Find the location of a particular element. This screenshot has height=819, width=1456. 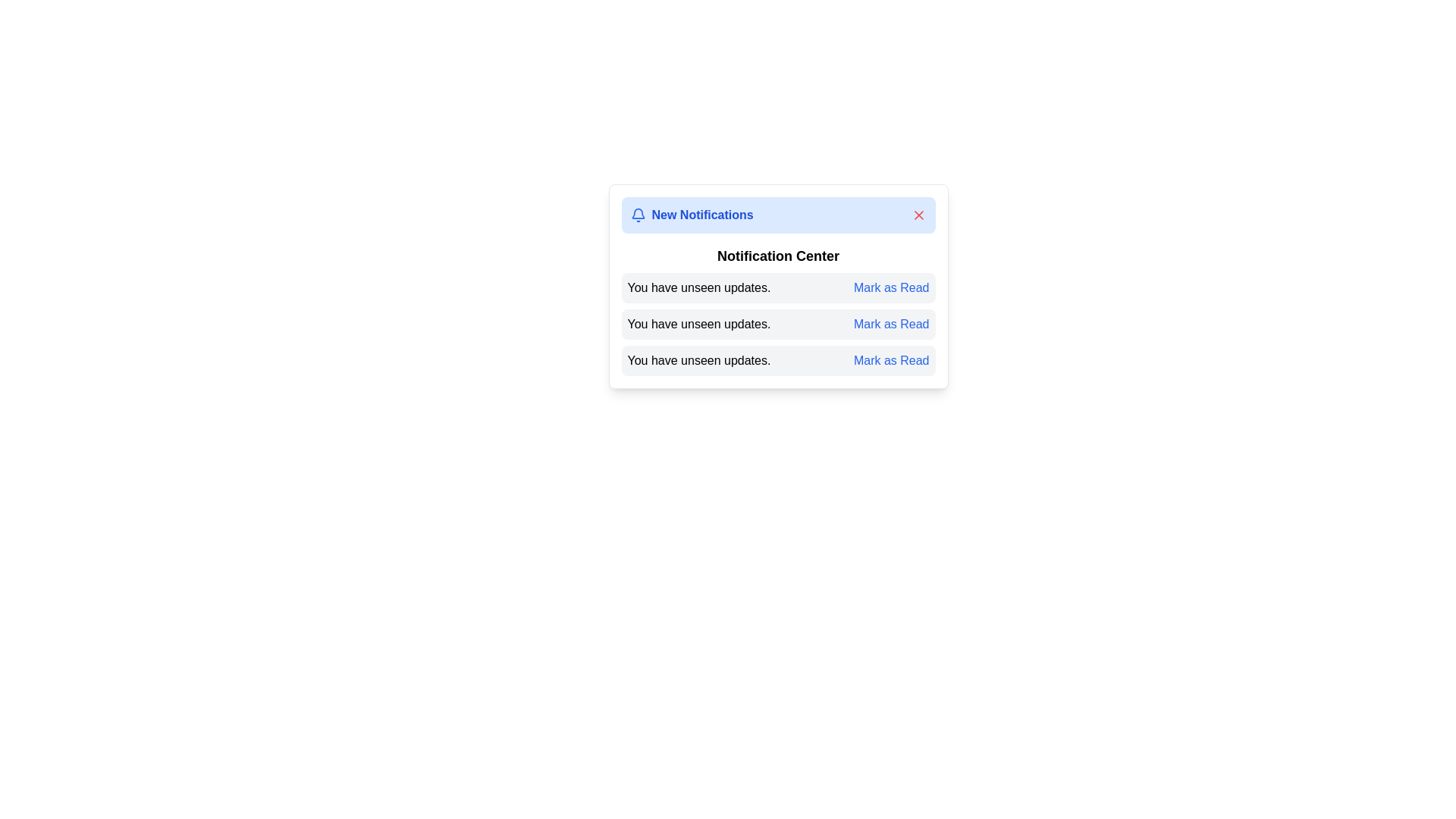

the 'Mark as Read' button for notification 2 is located at coordinates (891, 324).